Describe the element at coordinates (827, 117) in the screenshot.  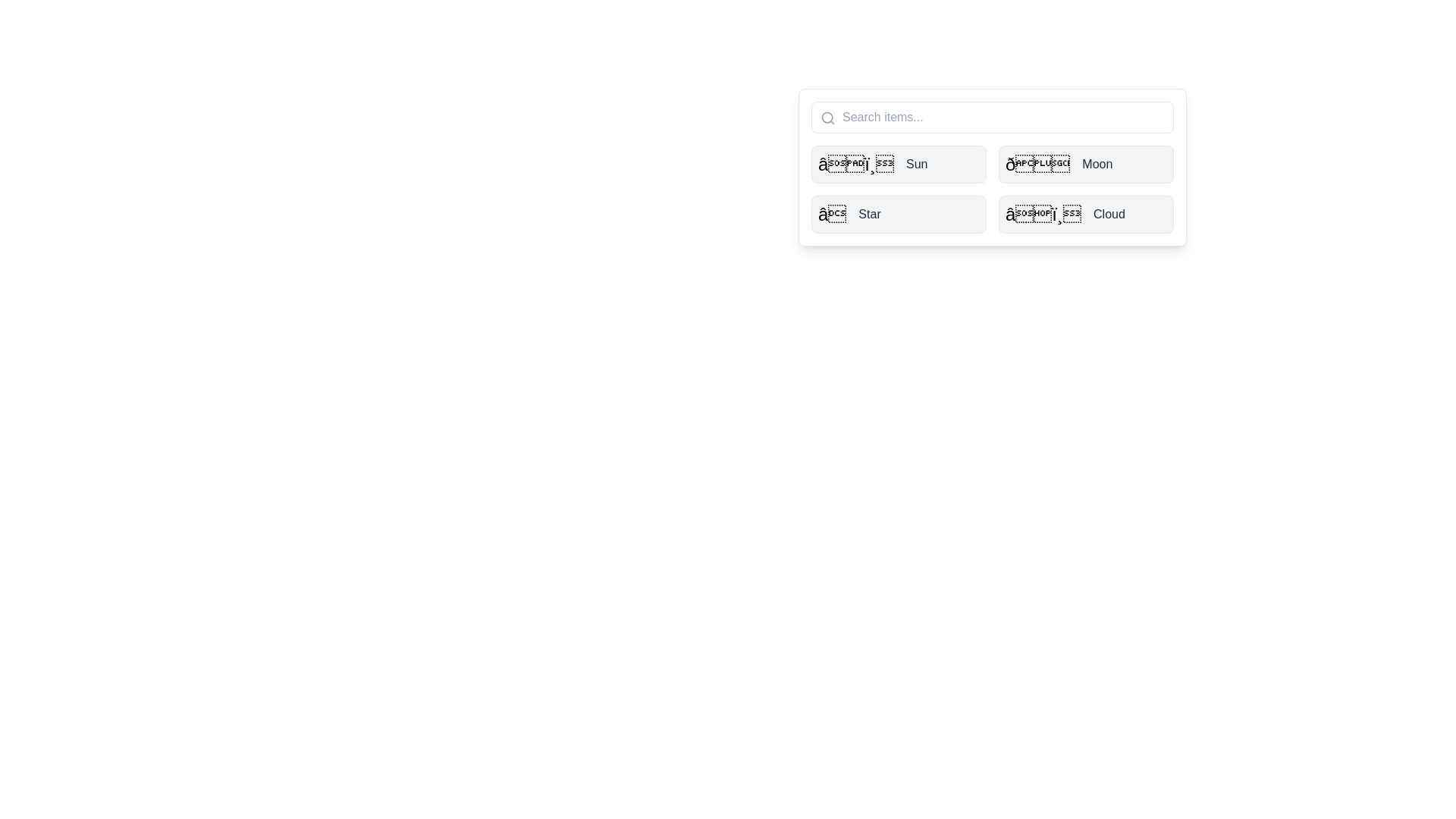
I see `the circle element of the magnifying glass icon within the SVG to activate the search functionality` at that location.